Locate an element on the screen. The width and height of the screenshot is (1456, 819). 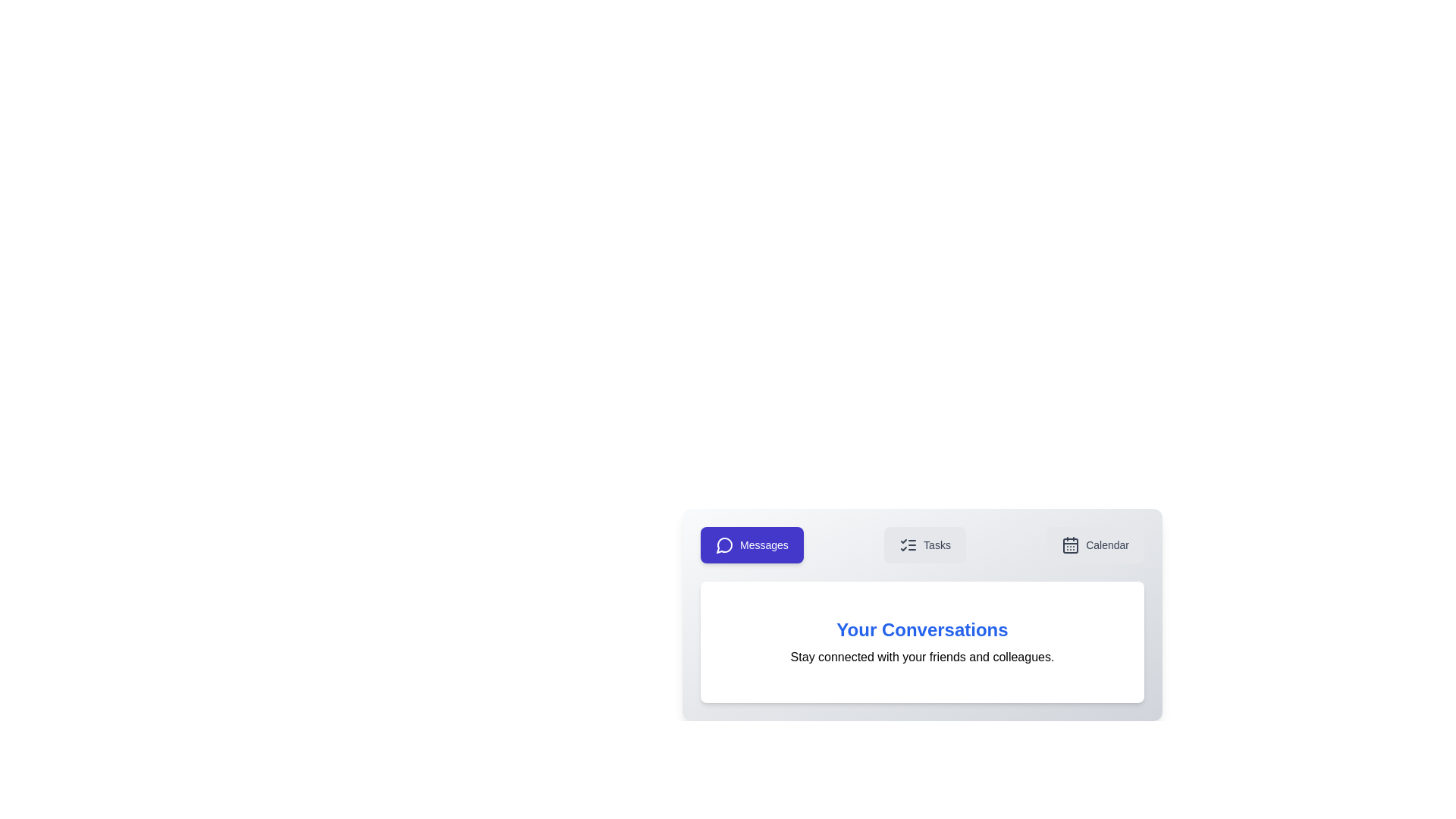
the Calendar tab is located at coordinates (1095, 544).